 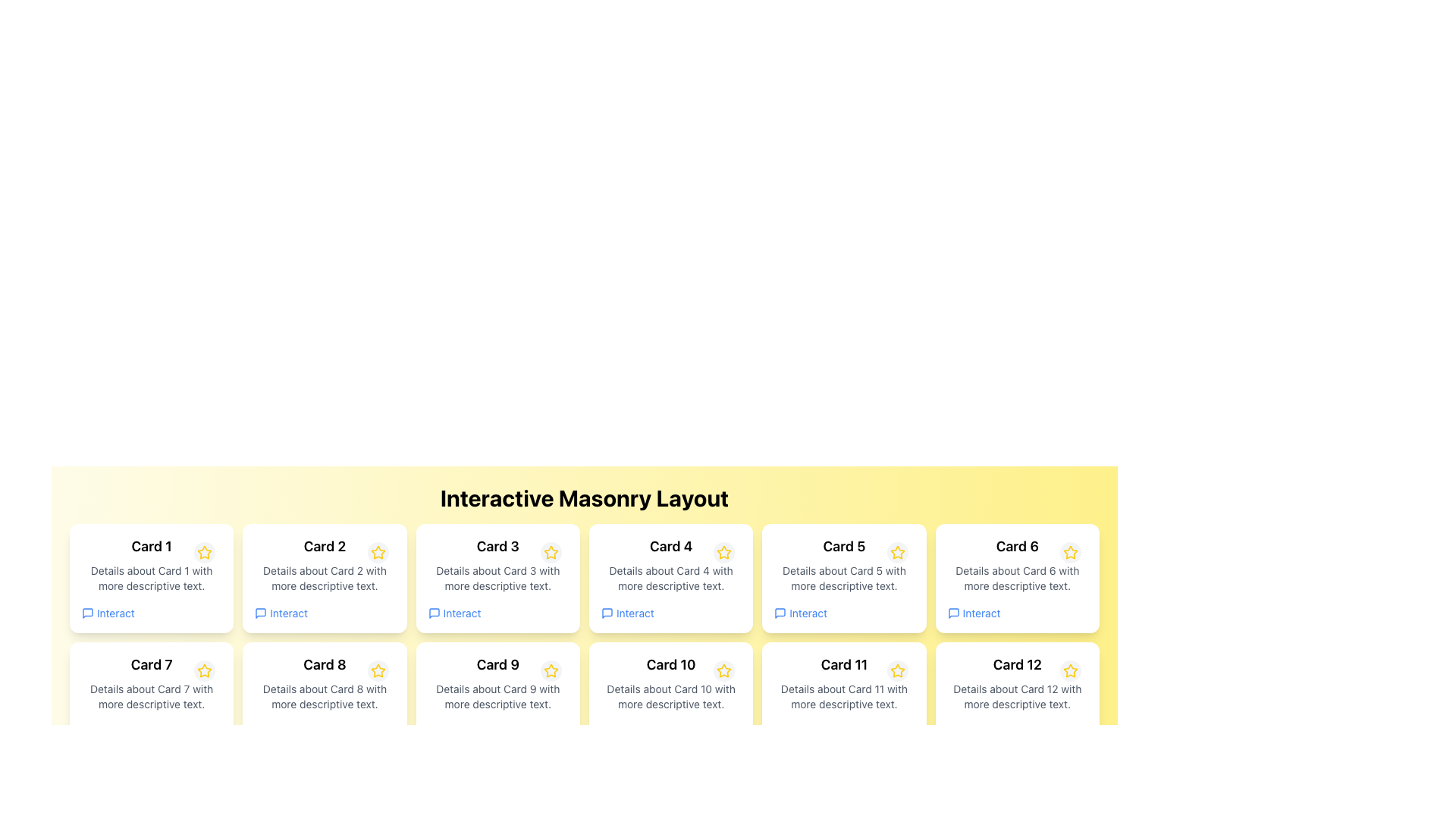 I want to click on the text label 'Card 2' which is the header in the second card of the grid layout, prominently displayed at the top, so click(x=324, y=547).